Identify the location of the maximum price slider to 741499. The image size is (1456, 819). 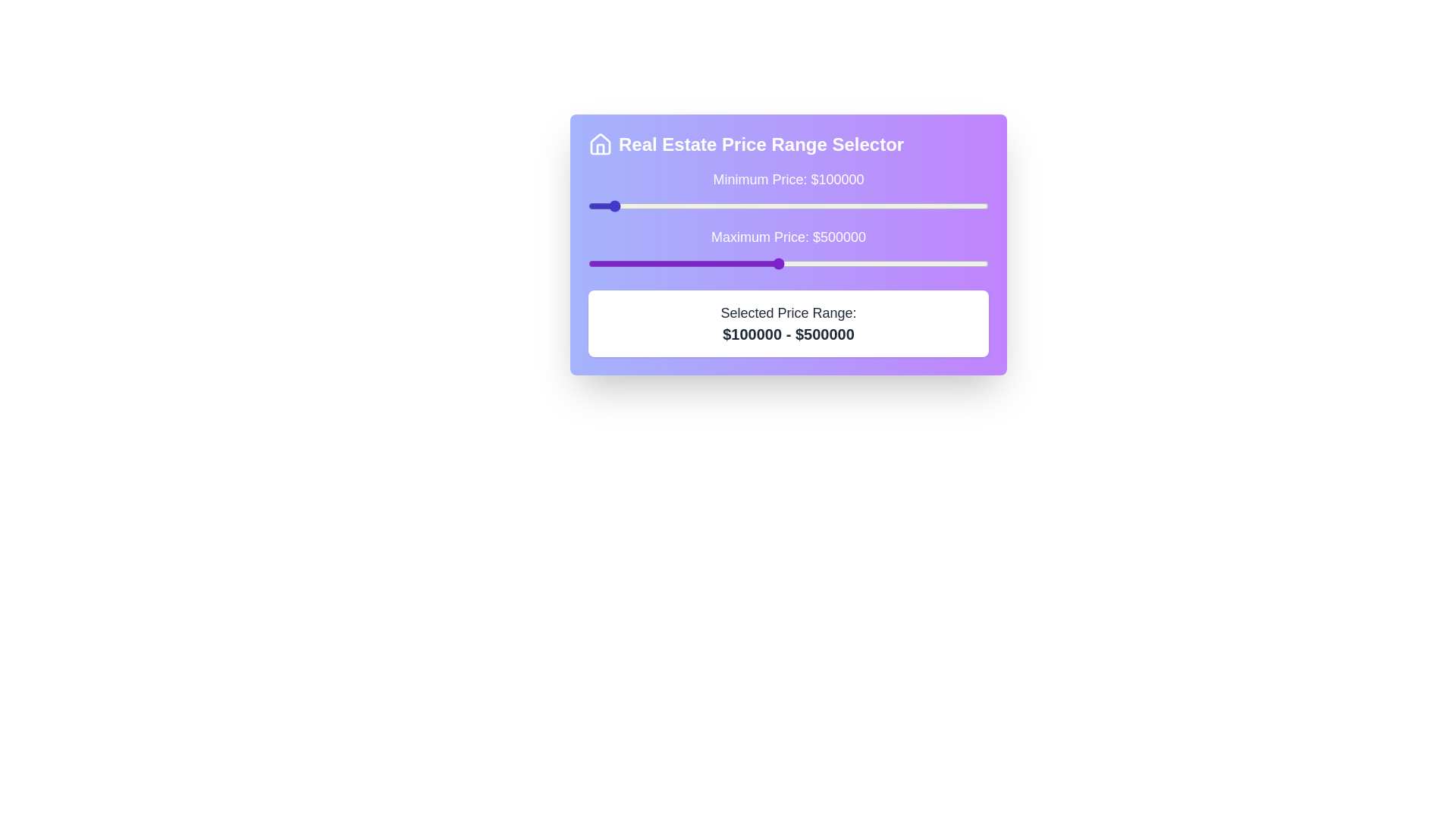
(880, 262).